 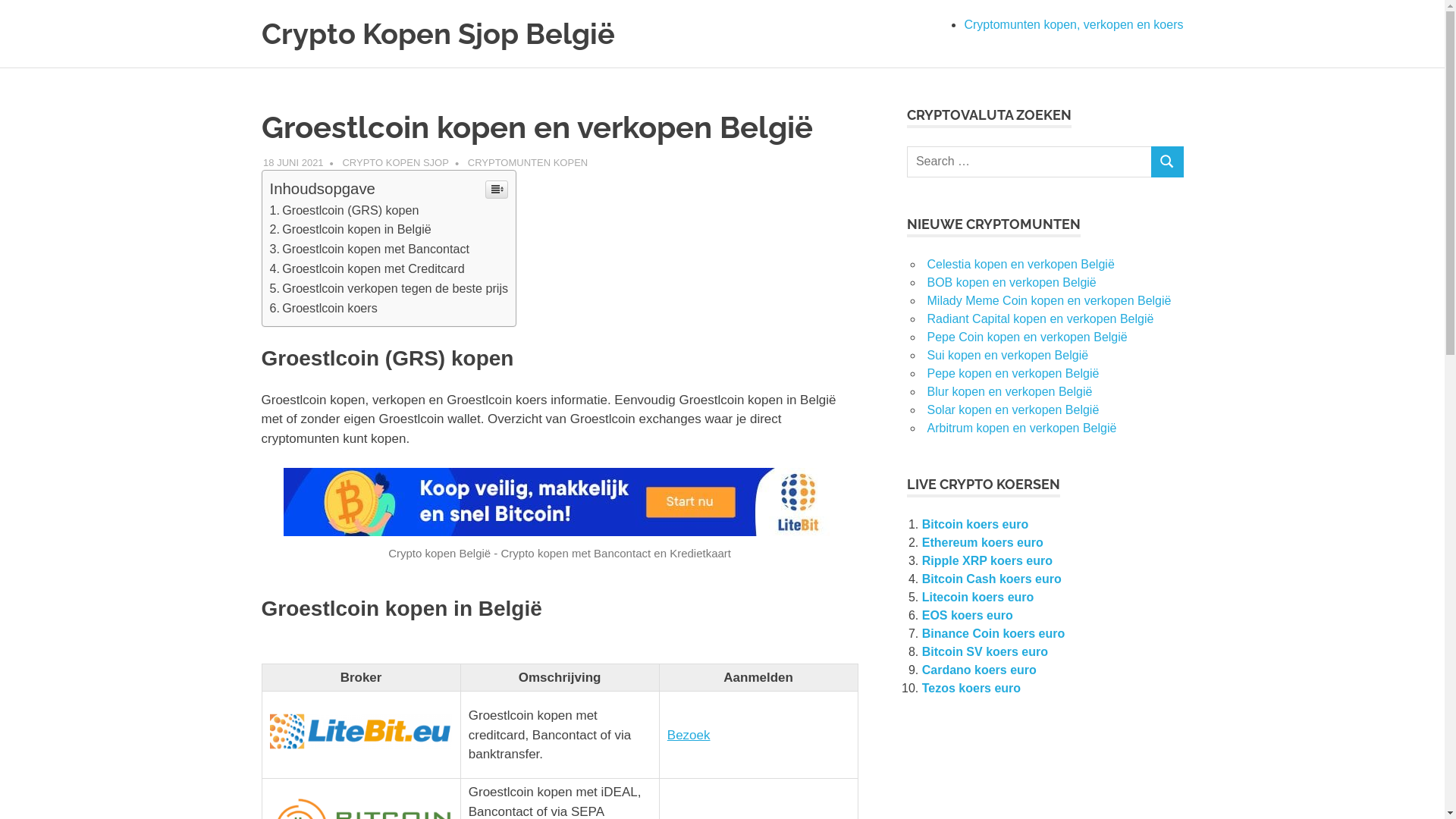 I want to click on 'CRYPTO KOPEN SJOP', so click(x=395, y=162).